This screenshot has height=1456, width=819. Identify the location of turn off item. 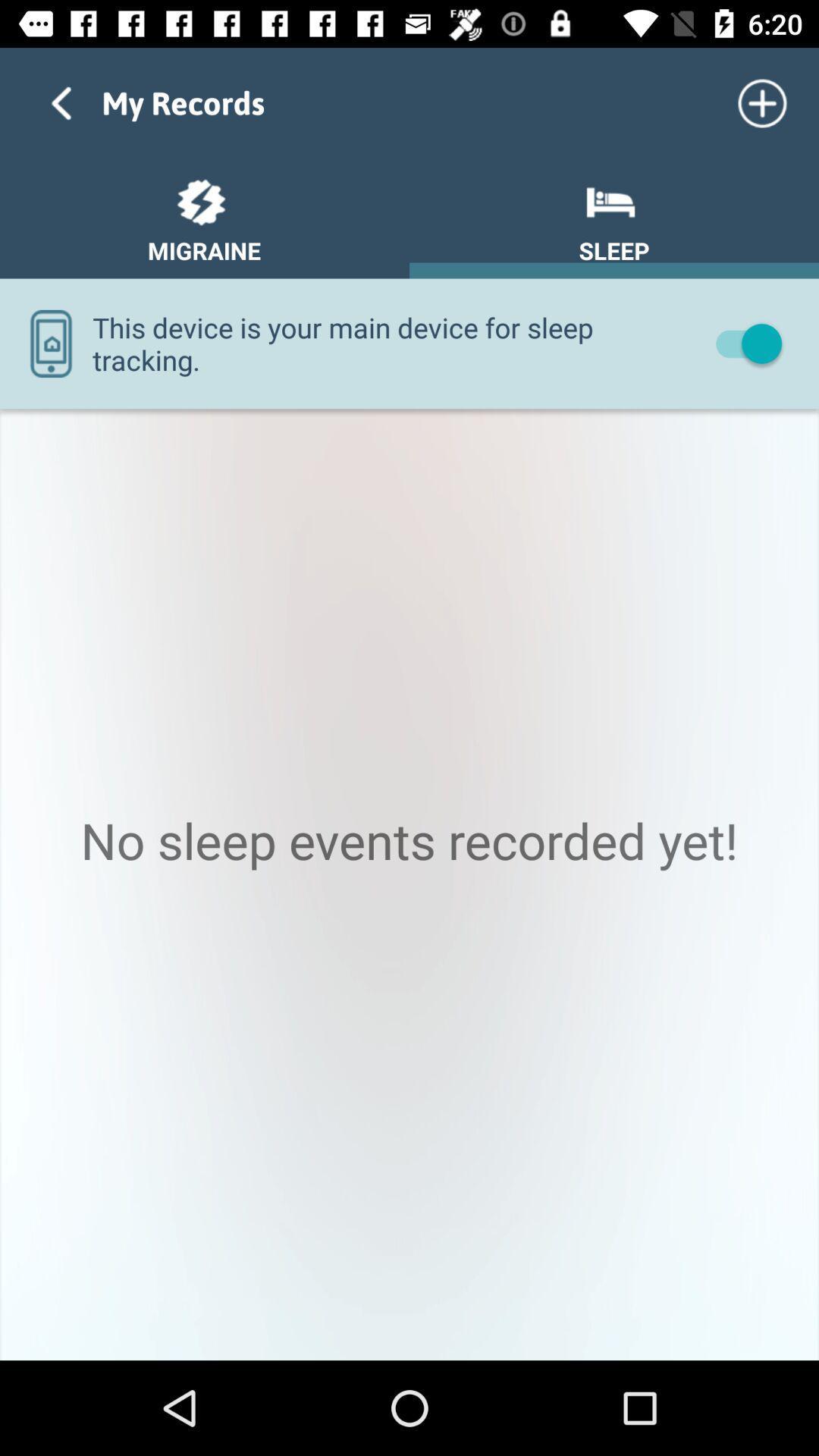
(741, 342).